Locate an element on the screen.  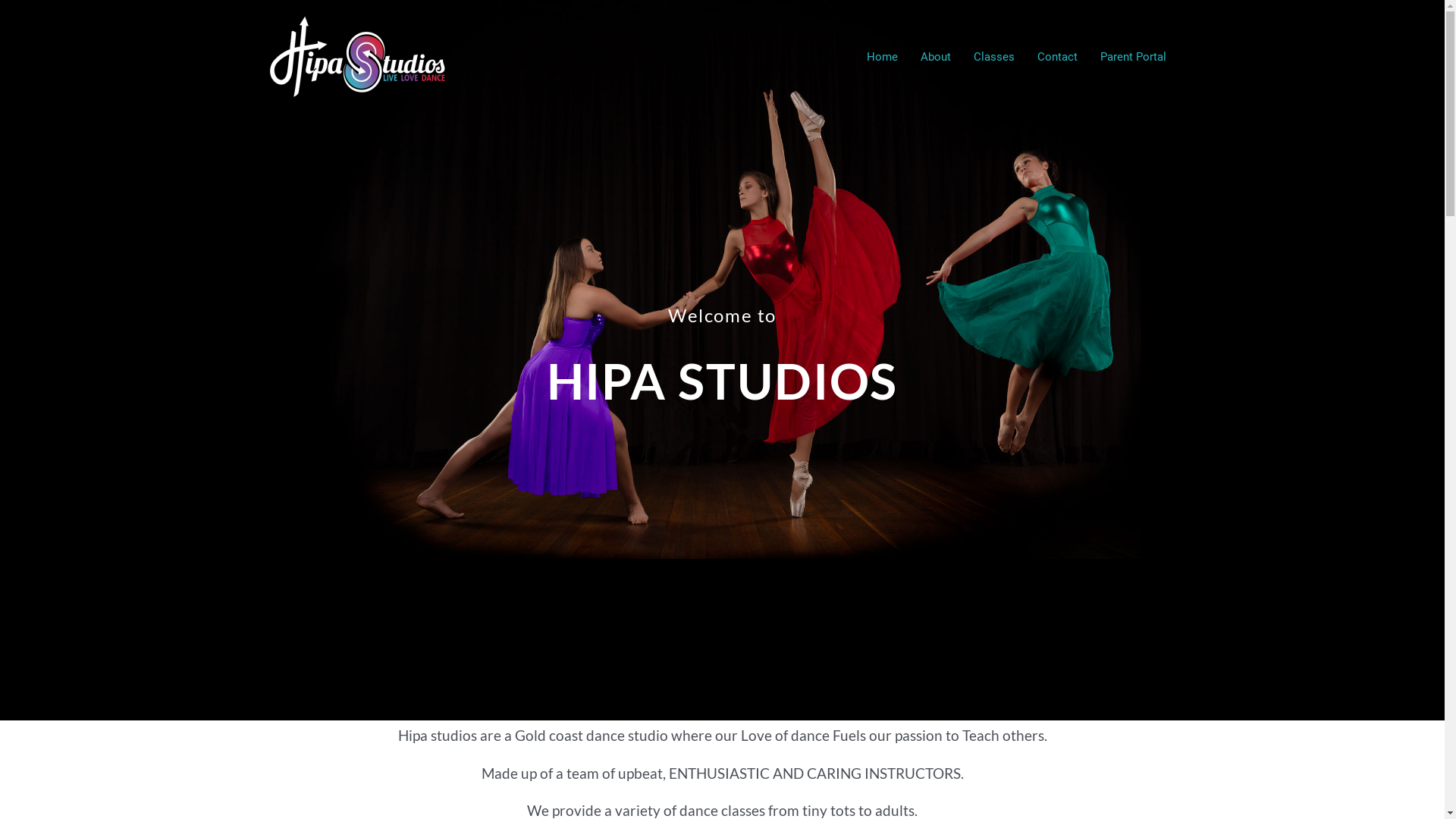
'Contact' is located at coordinates (1025, 55).